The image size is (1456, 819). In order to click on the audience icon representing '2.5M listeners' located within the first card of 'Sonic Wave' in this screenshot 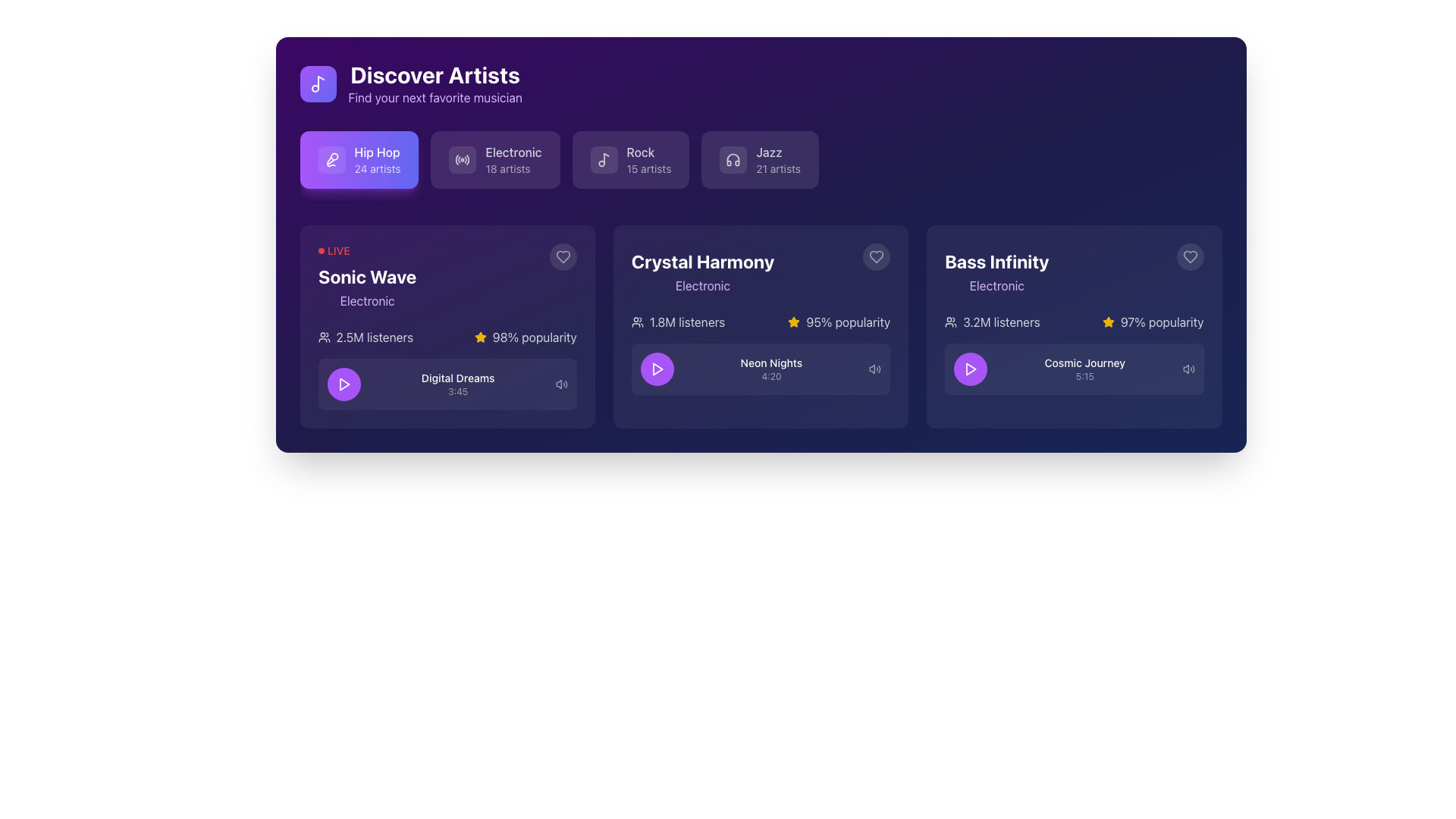, I will do `click(323, 336)`.